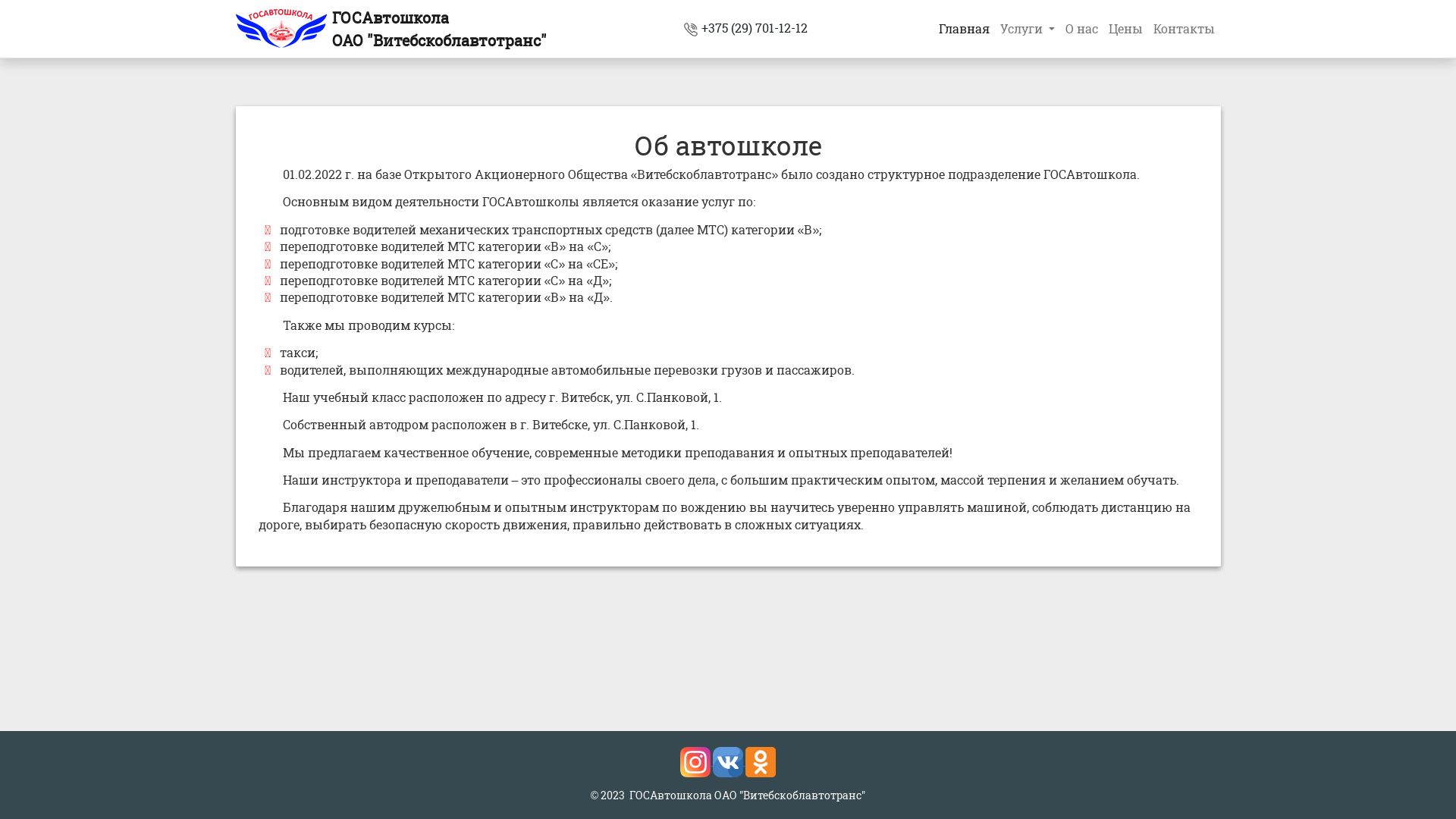 This screenshot has height=819, width=1456. I want to click on '+375 (29) 701-12-12', so click(754, 27).